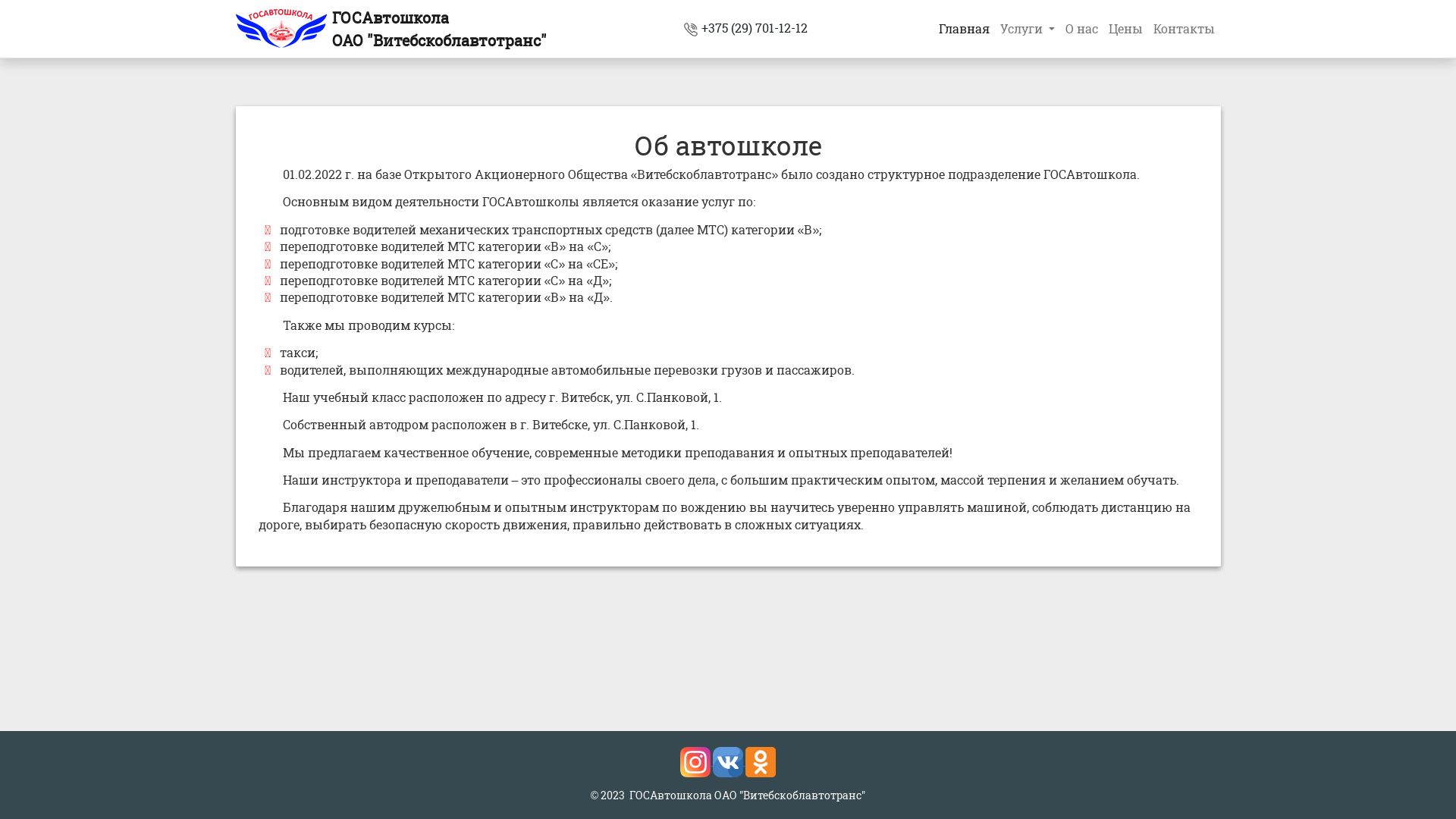 This screenshot has height=819, width=1456. I want to click on '+375 (29) 701-12-12', so click(754, 27).